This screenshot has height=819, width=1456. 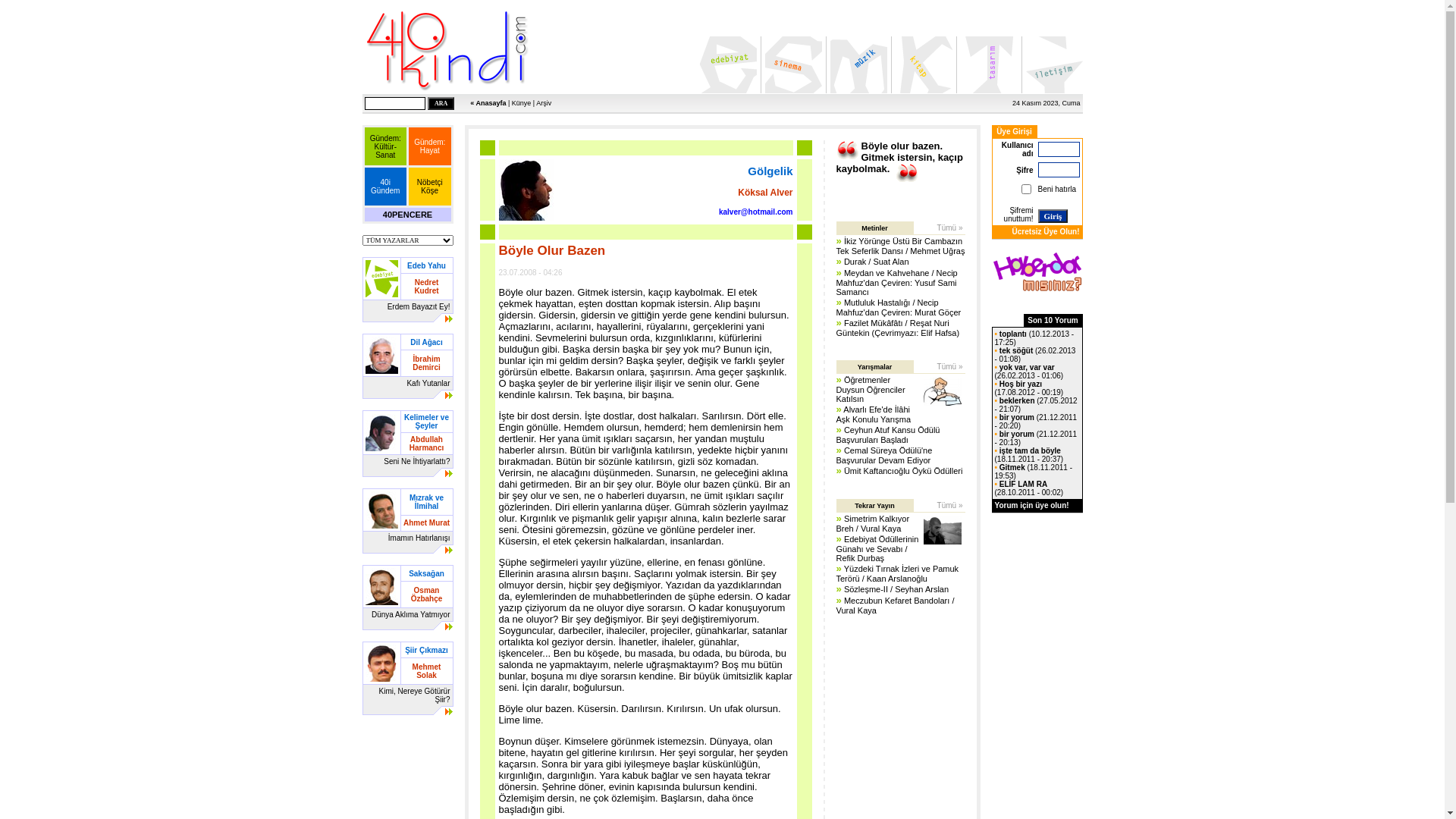 What do you see at coordinates (922, 64) in the screenshot?
I see `'Kitap'` at bounding box center [922, 64].